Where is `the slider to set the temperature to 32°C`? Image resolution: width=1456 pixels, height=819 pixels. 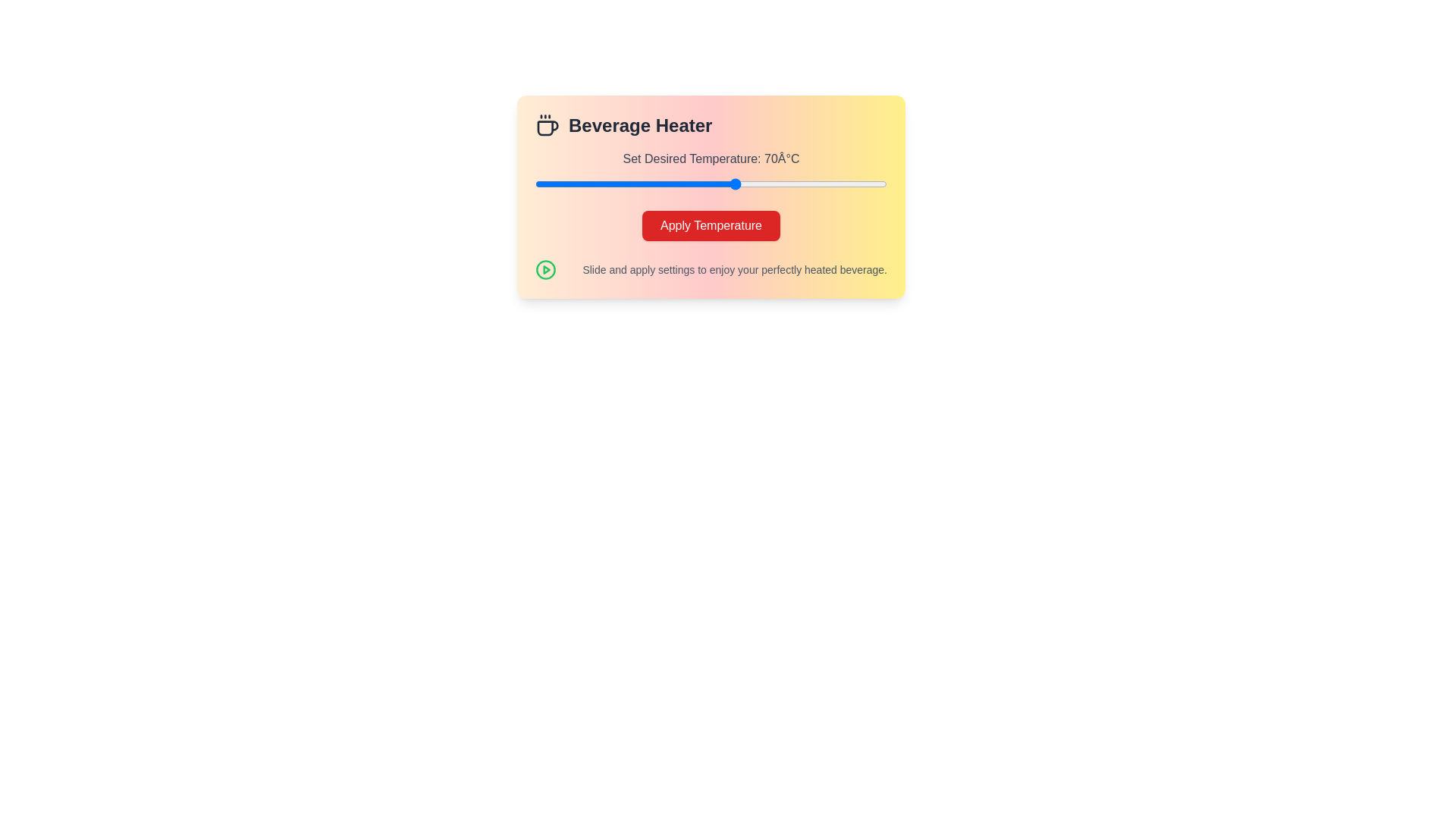
the slider to set the temperature to 32°C is located at coordinates (545, 184).